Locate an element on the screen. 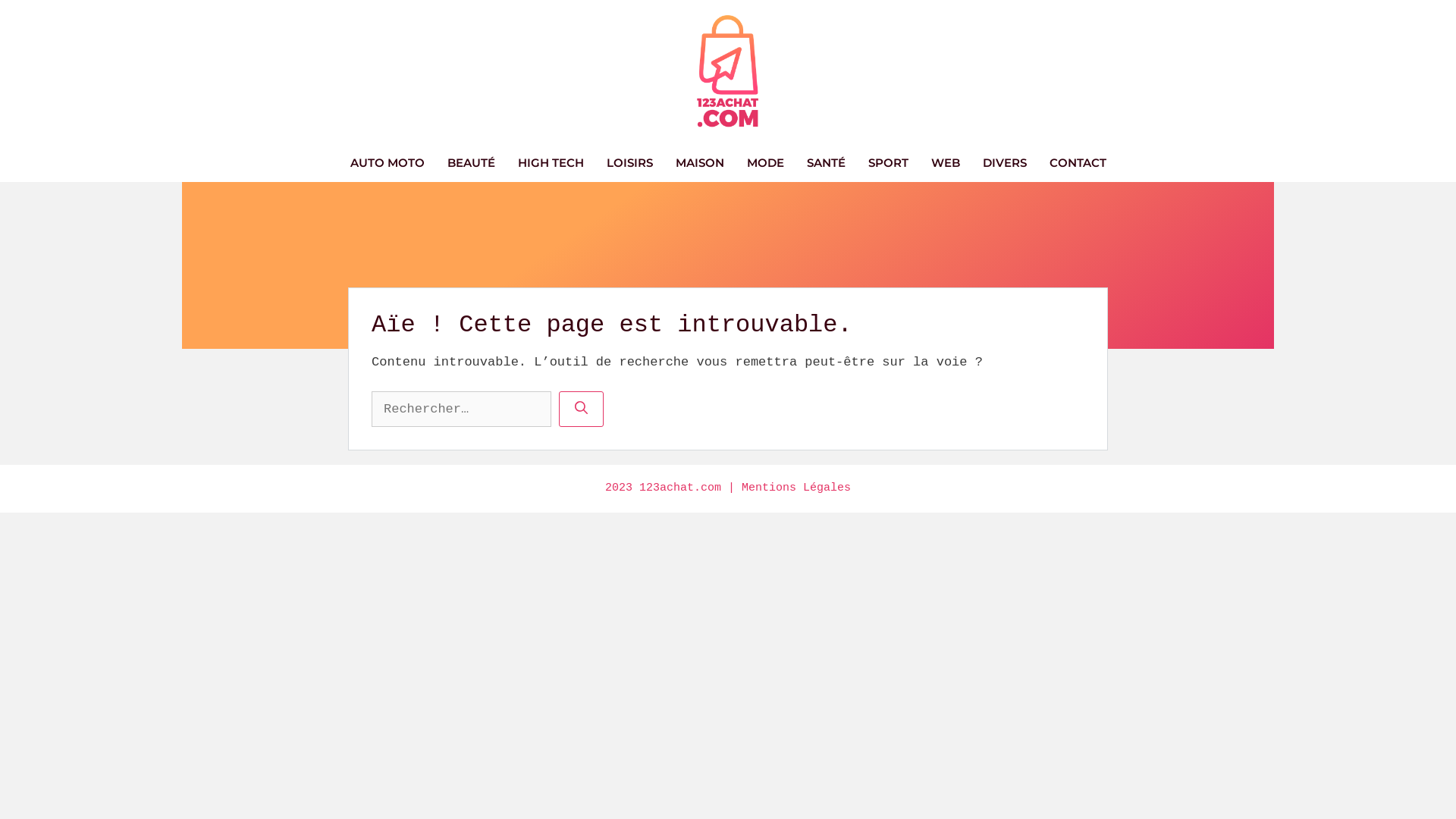 The height and width of the screenshot is (819, 1456). 'MAISON' is located at coordinates (698, 163).